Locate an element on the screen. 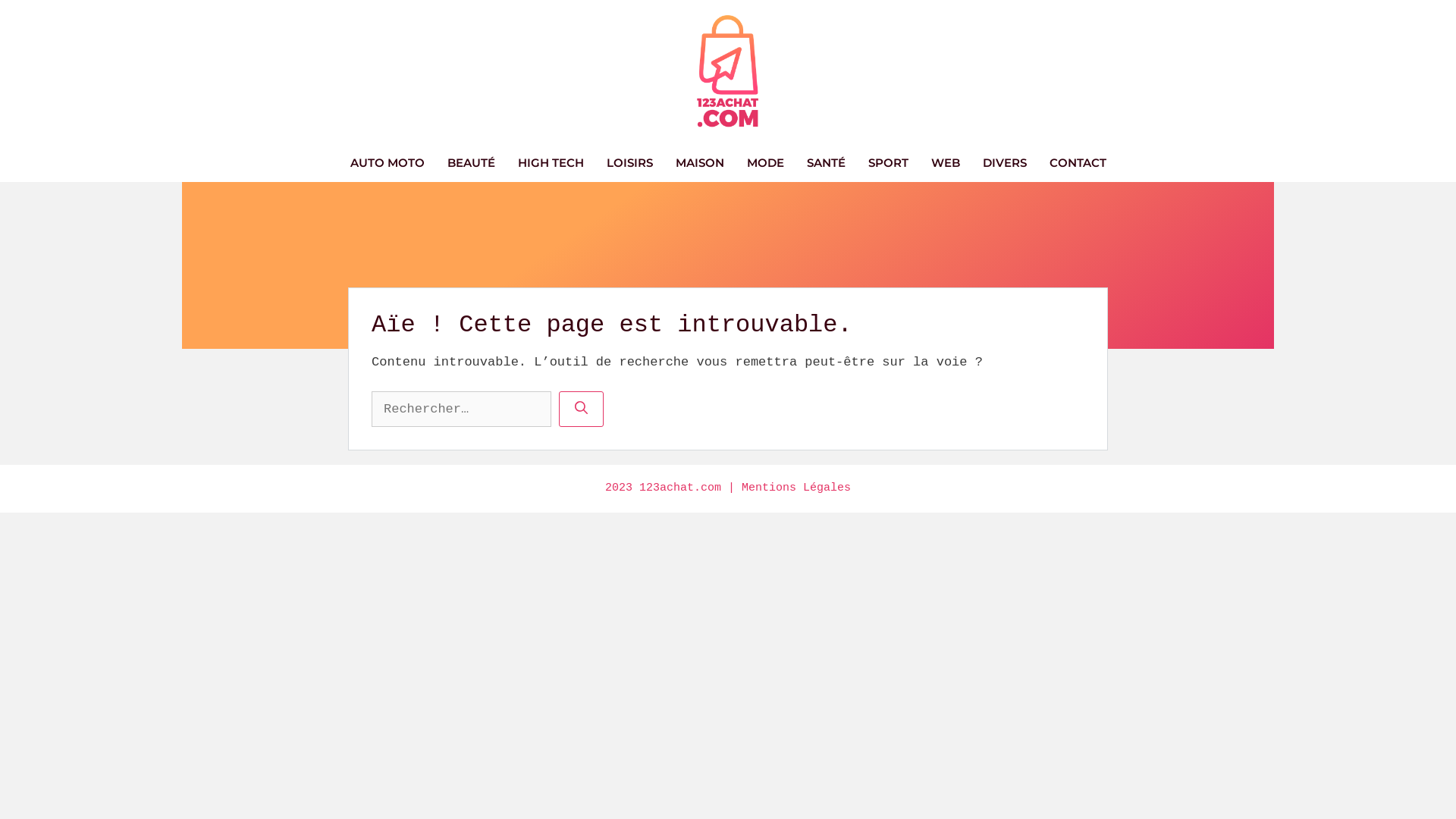 The height and width of the screenshot is (819, 1456). 'MAISON' is located at coordinates (698, 163).